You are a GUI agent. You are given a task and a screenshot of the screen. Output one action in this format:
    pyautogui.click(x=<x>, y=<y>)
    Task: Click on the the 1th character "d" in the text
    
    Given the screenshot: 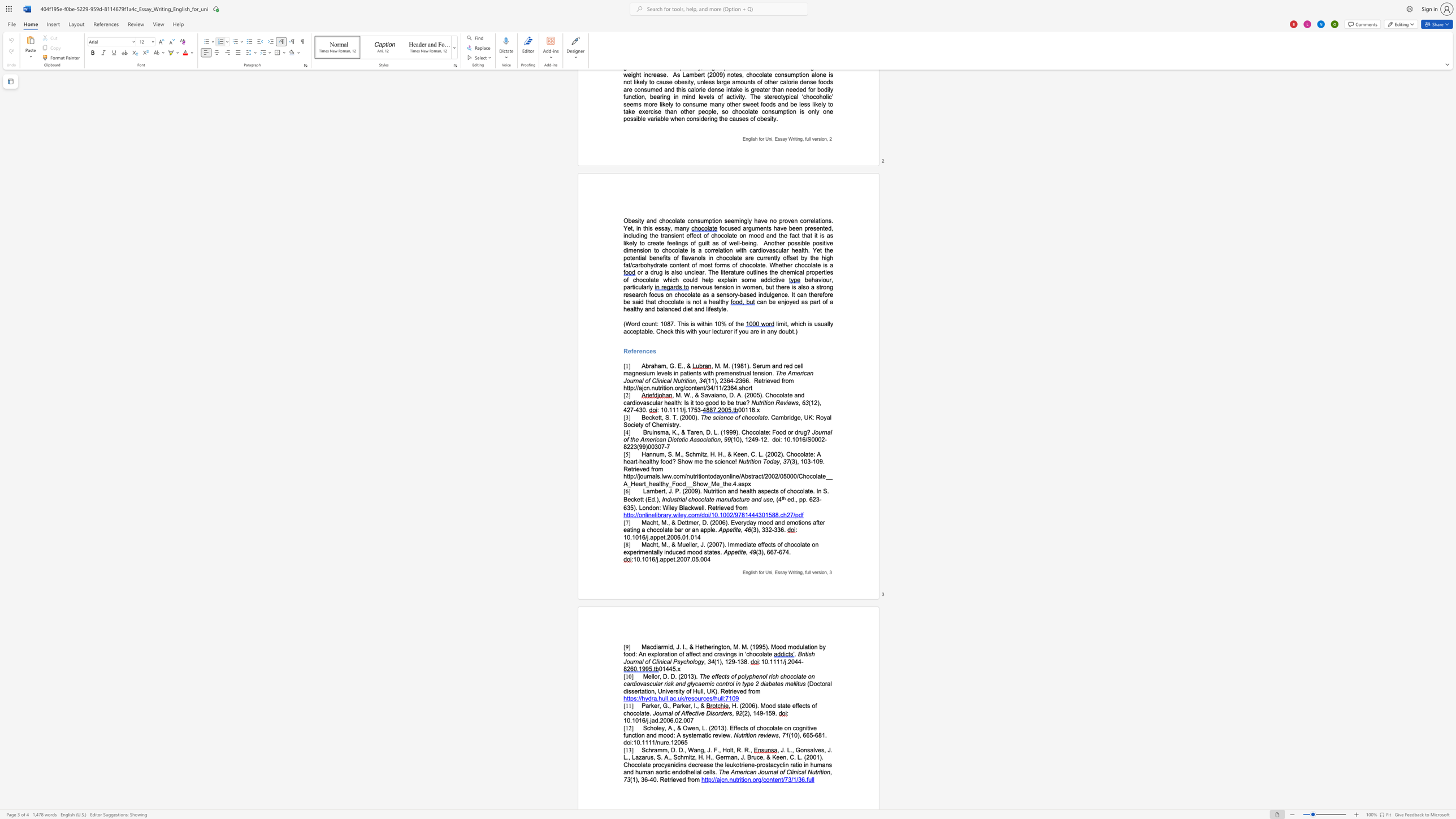 What is the action you would take?
    pyautogui.click(x=792, y=500)
    